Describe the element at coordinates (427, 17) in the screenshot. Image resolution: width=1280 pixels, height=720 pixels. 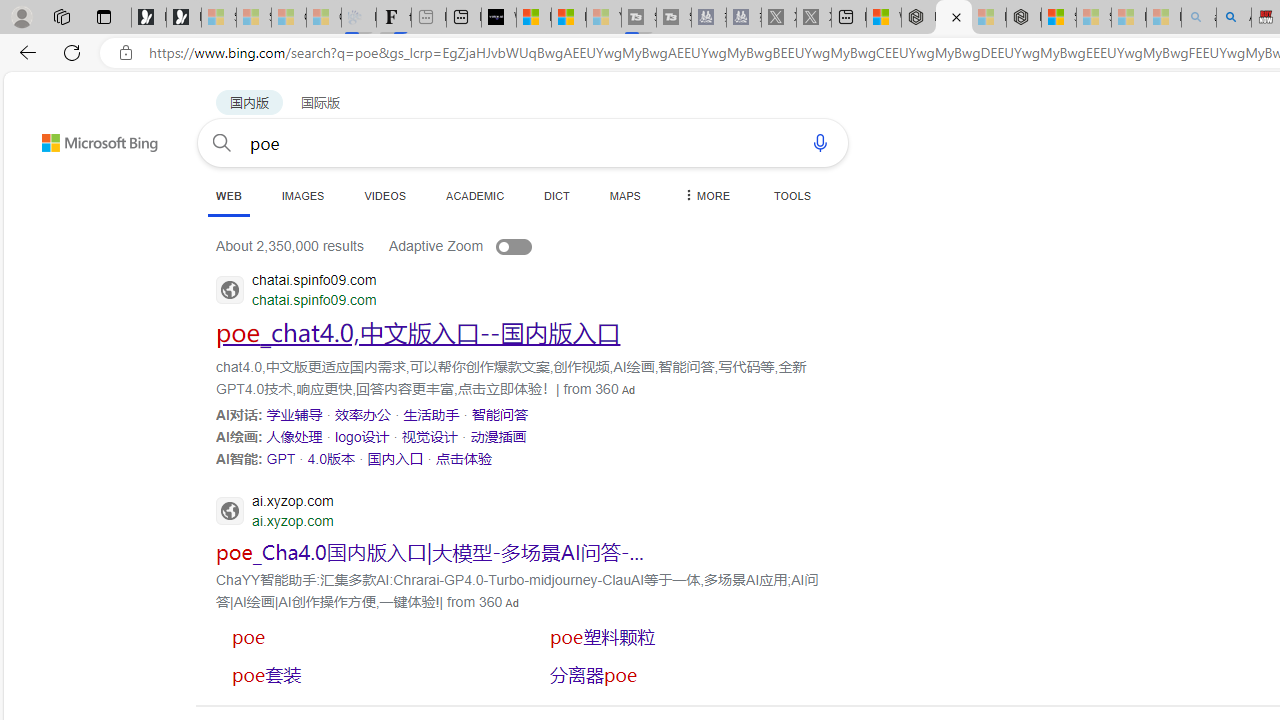
I see `'New tab - Sleeping'` at that location.